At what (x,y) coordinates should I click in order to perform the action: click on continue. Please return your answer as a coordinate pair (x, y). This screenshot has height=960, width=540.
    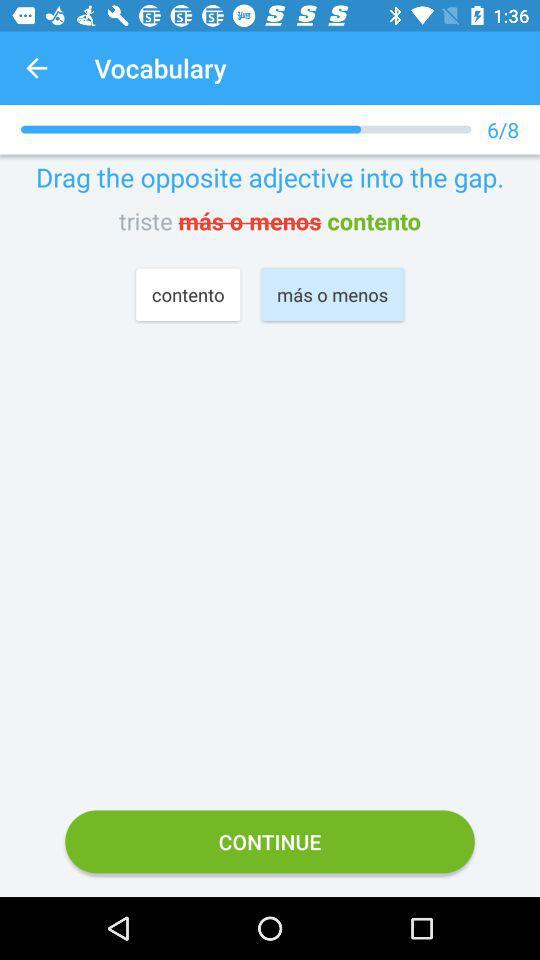
    Looking at the image, I should click on (270, 840).